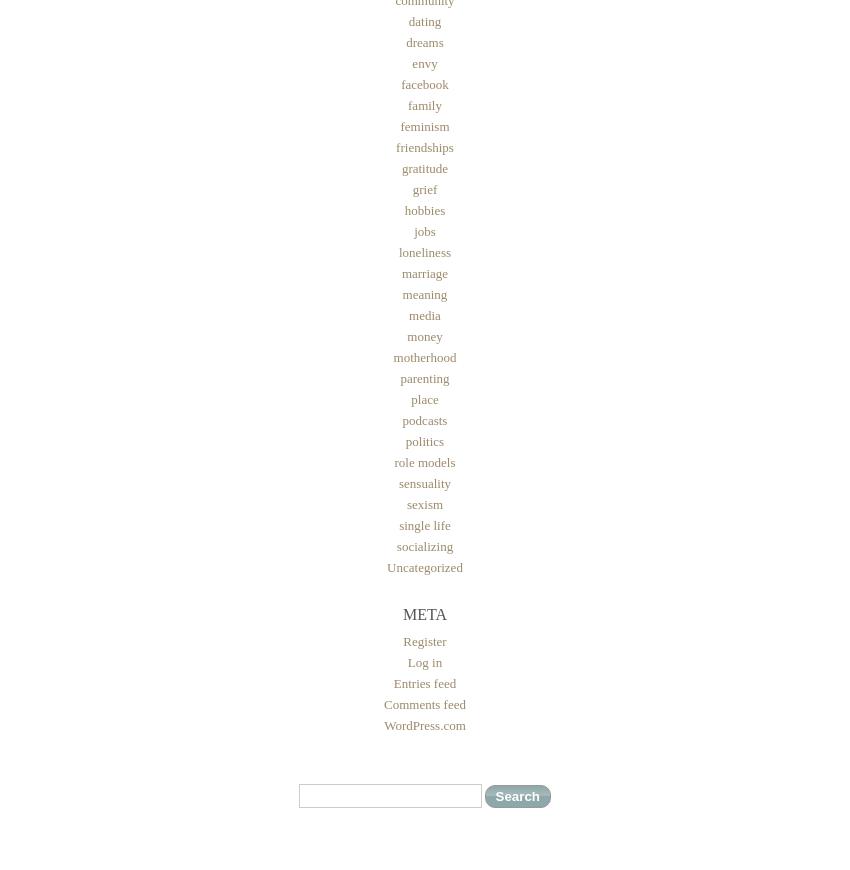  I want to click on 'single life', so click(424, 524).